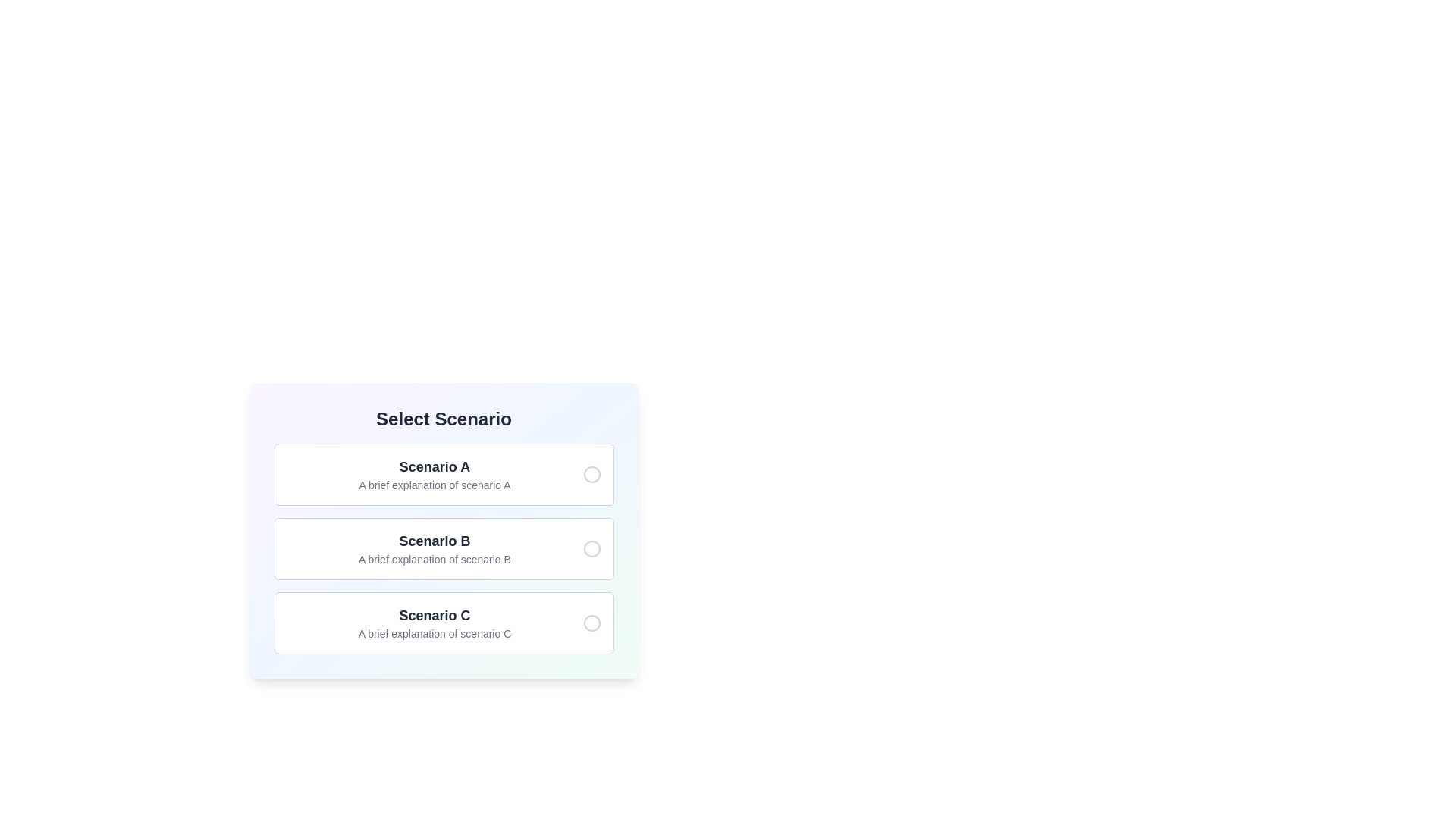 The image size is (1456, 819). What do you see at coordinates (434, 473) in the screenshot?
I see `the text-based selectable element titled 'Scenario A', which features a bold title and a brief explanation` at bounding box center [434, 473].